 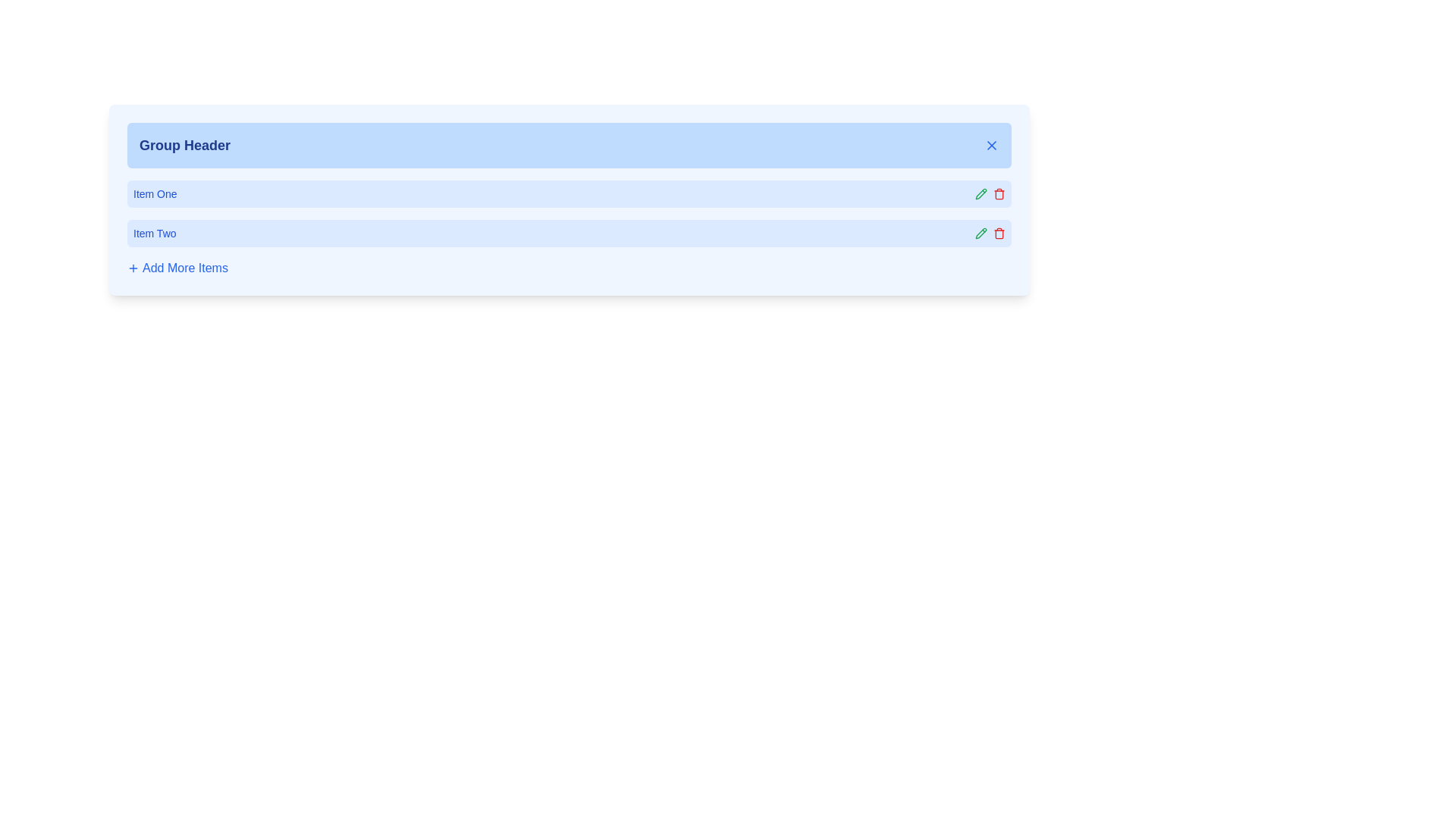 I want to click on the pencil icon edit button located to the right of 'Item Two', so click(x=981, y=193).